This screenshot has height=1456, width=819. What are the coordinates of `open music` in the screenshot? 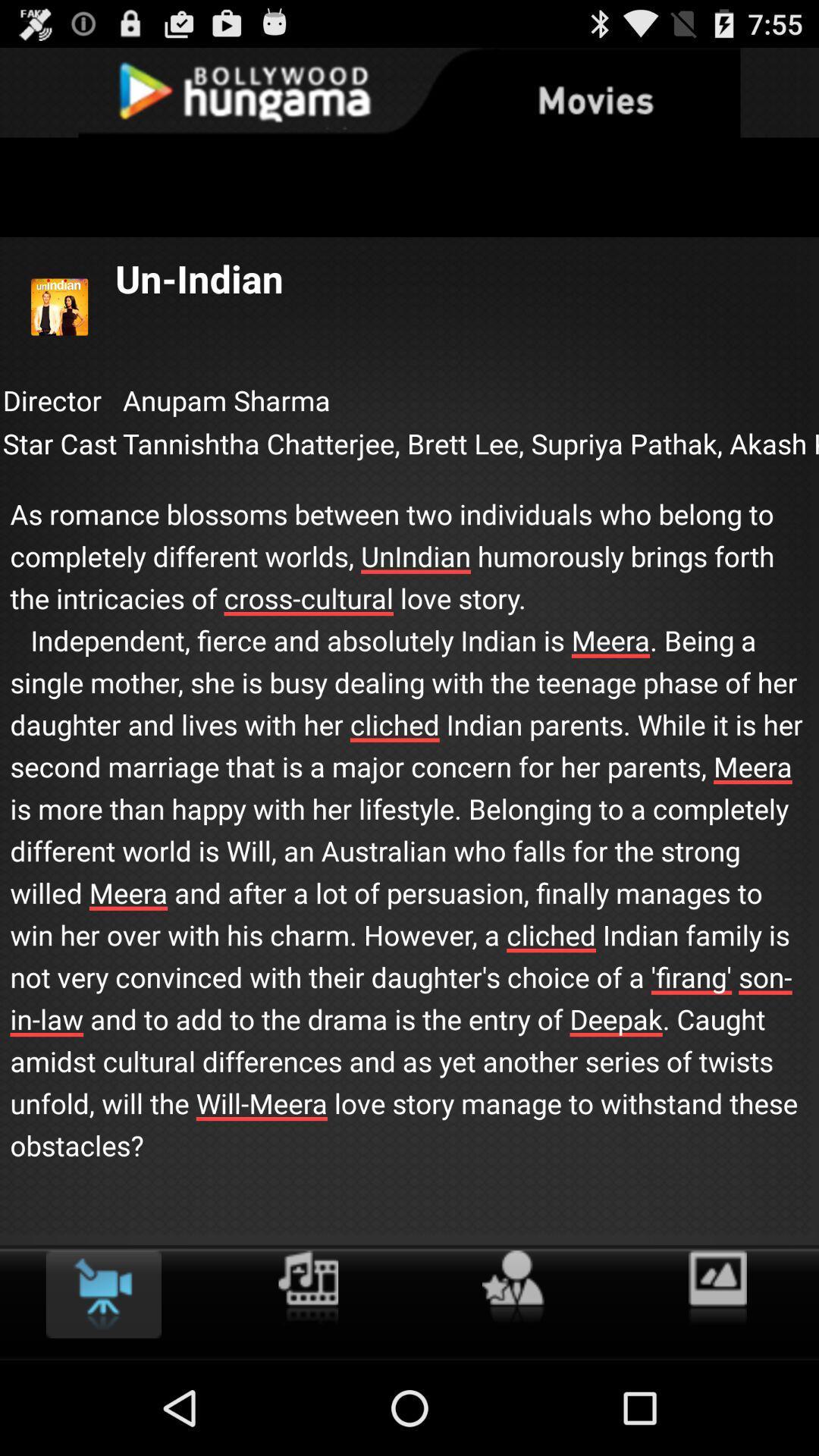 It's located at (307, 1287).